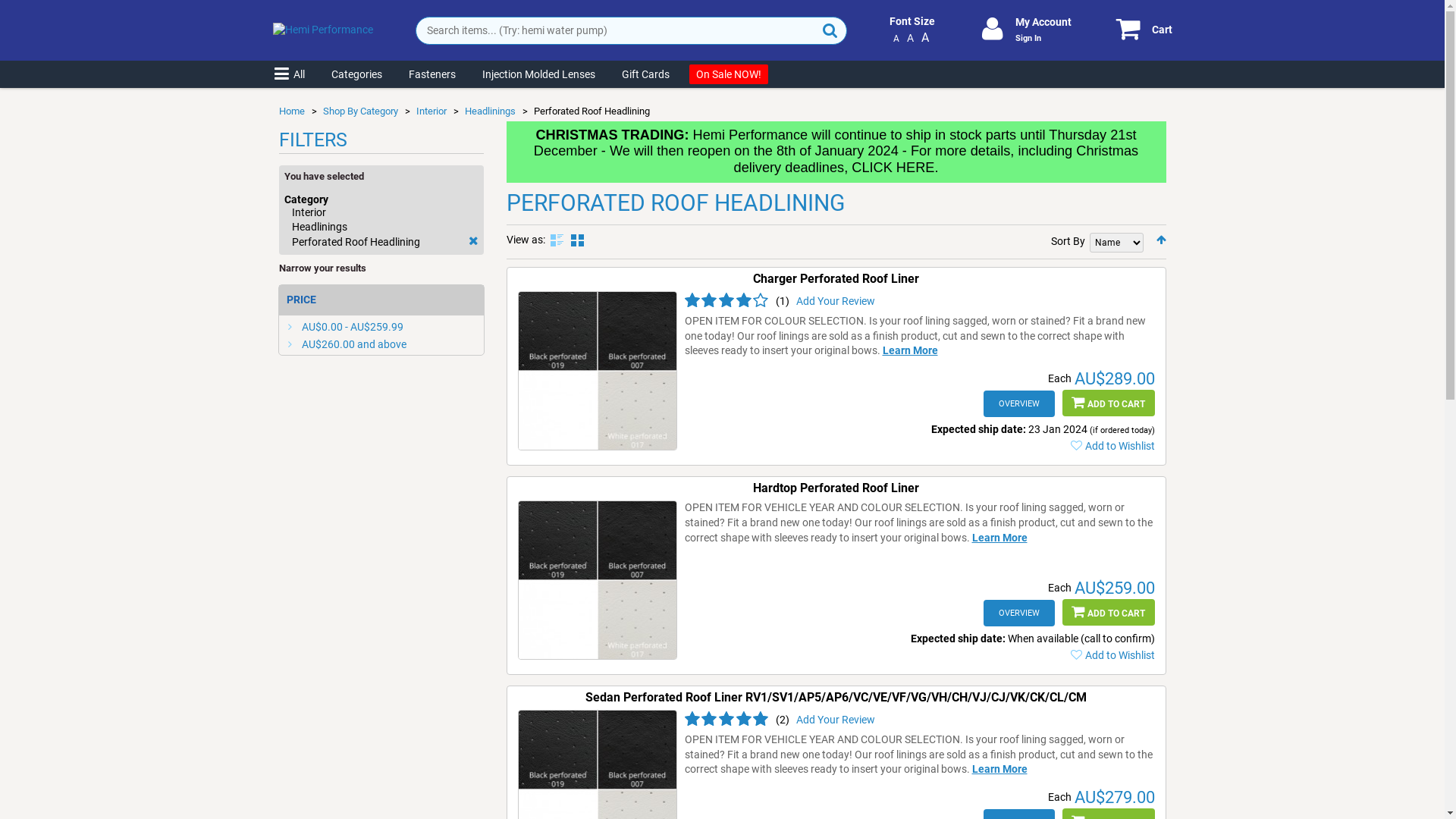 This screenshot has height=819, width=1456. Describe the element at coordinates (359, 110) in the screenshot. I see `'Shop By Category'` at that location.